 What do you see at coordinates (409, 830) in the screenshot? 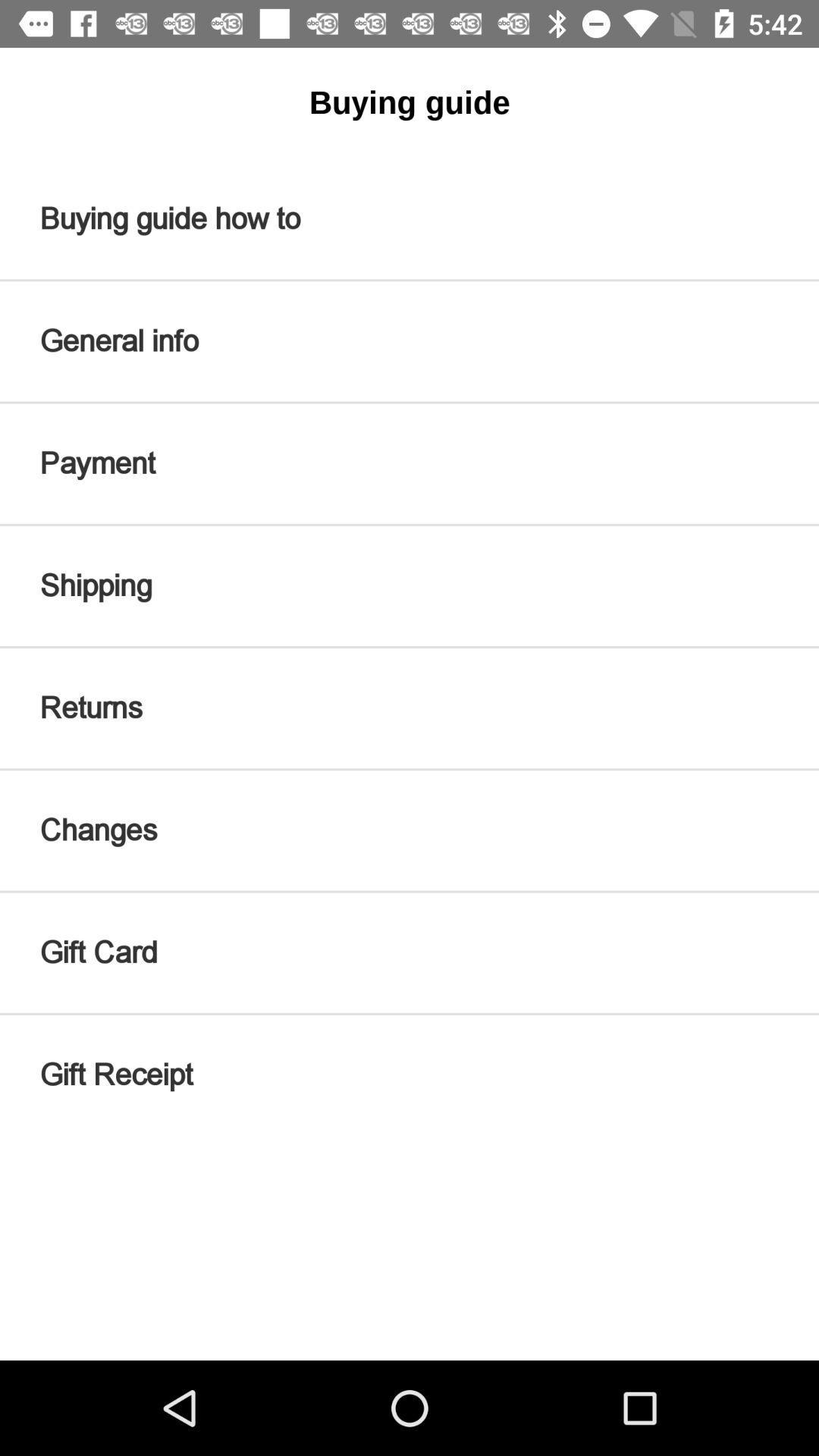
I see `icon below returns item` at bounding box center [409, 830].